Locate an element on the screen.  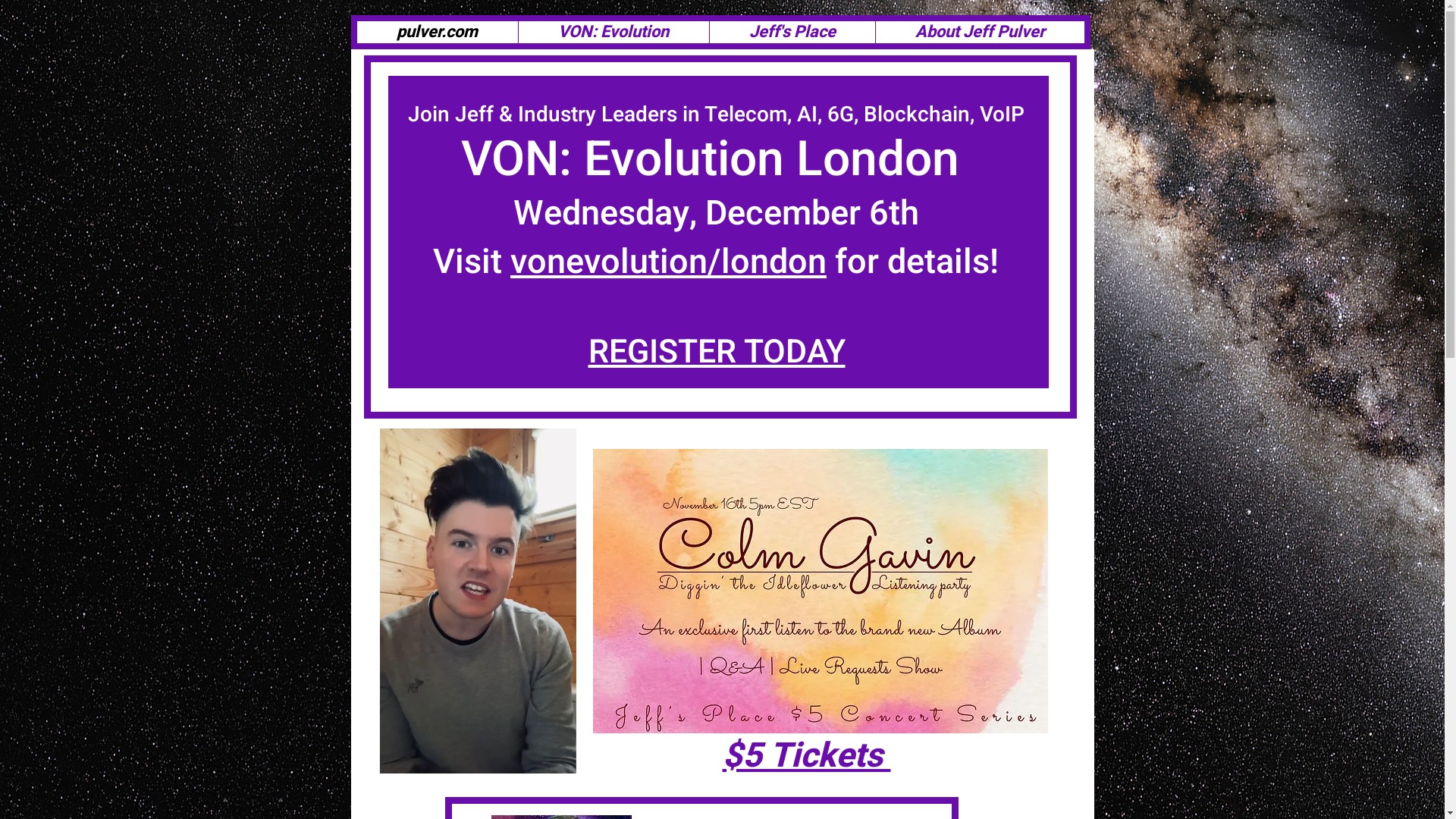
'About Jeff Pulver' is located at coordinates (979, 32).